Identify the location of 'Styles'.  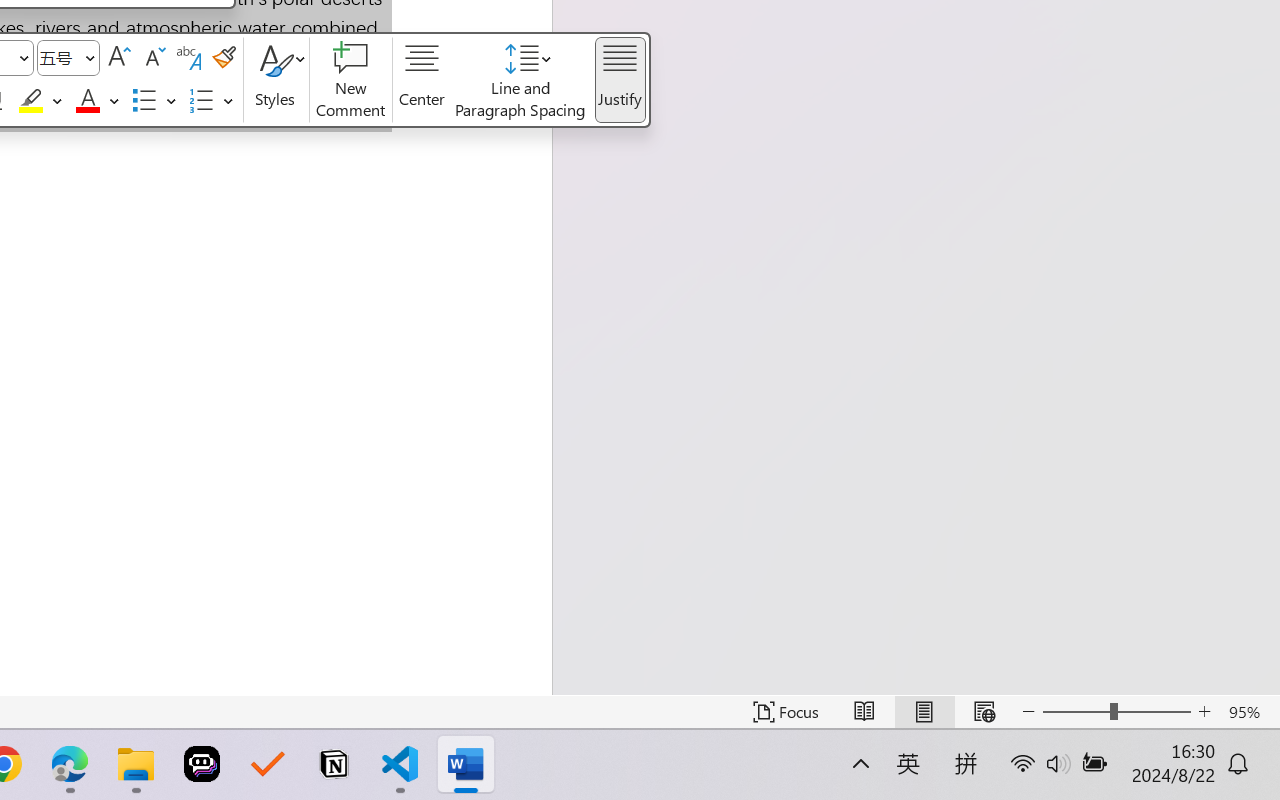
(275, 80).